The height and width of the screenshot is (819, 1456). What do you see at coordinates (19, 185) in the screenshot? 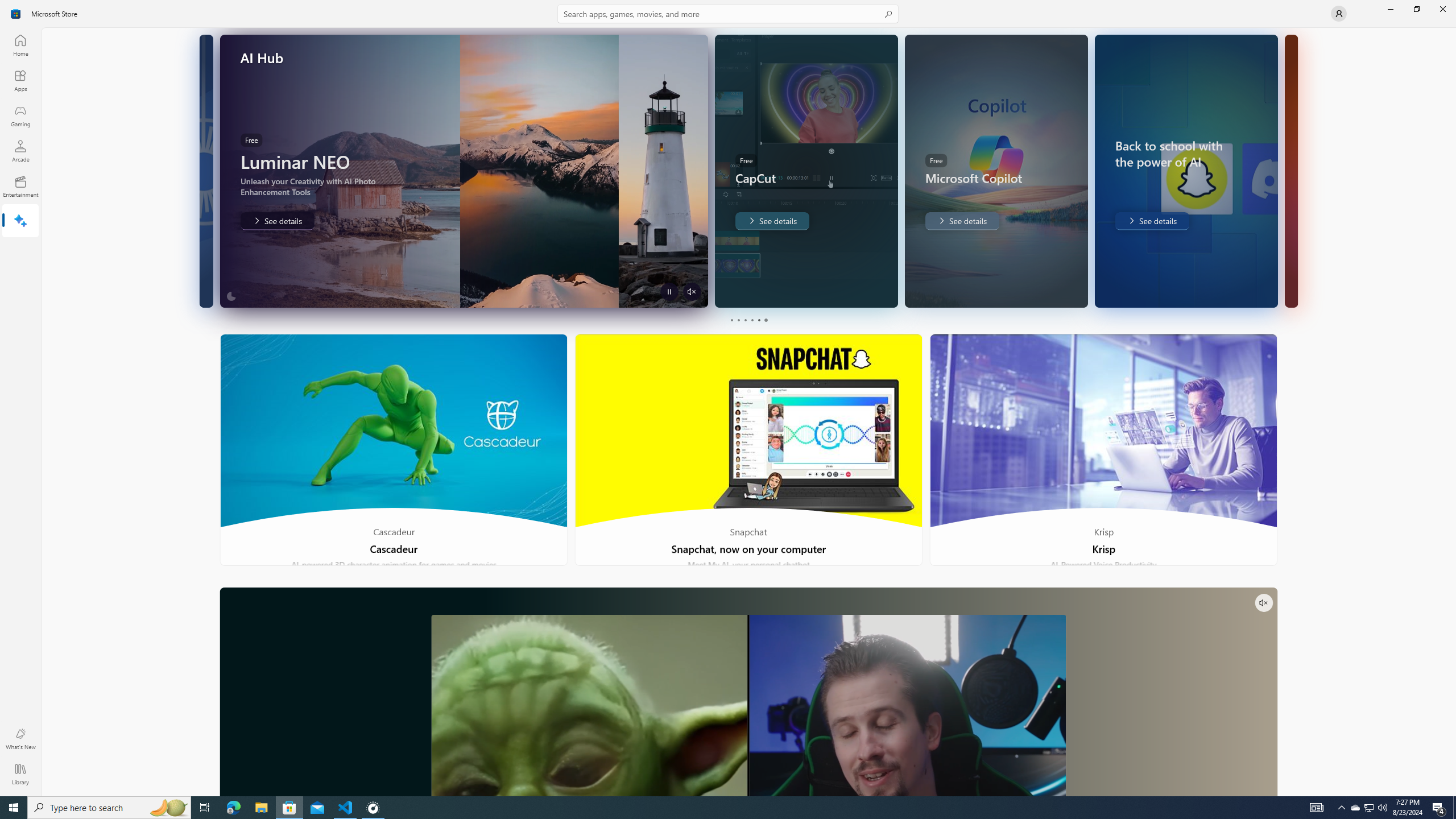
I see `'Entertainment'` at bounding box center [19, 185].